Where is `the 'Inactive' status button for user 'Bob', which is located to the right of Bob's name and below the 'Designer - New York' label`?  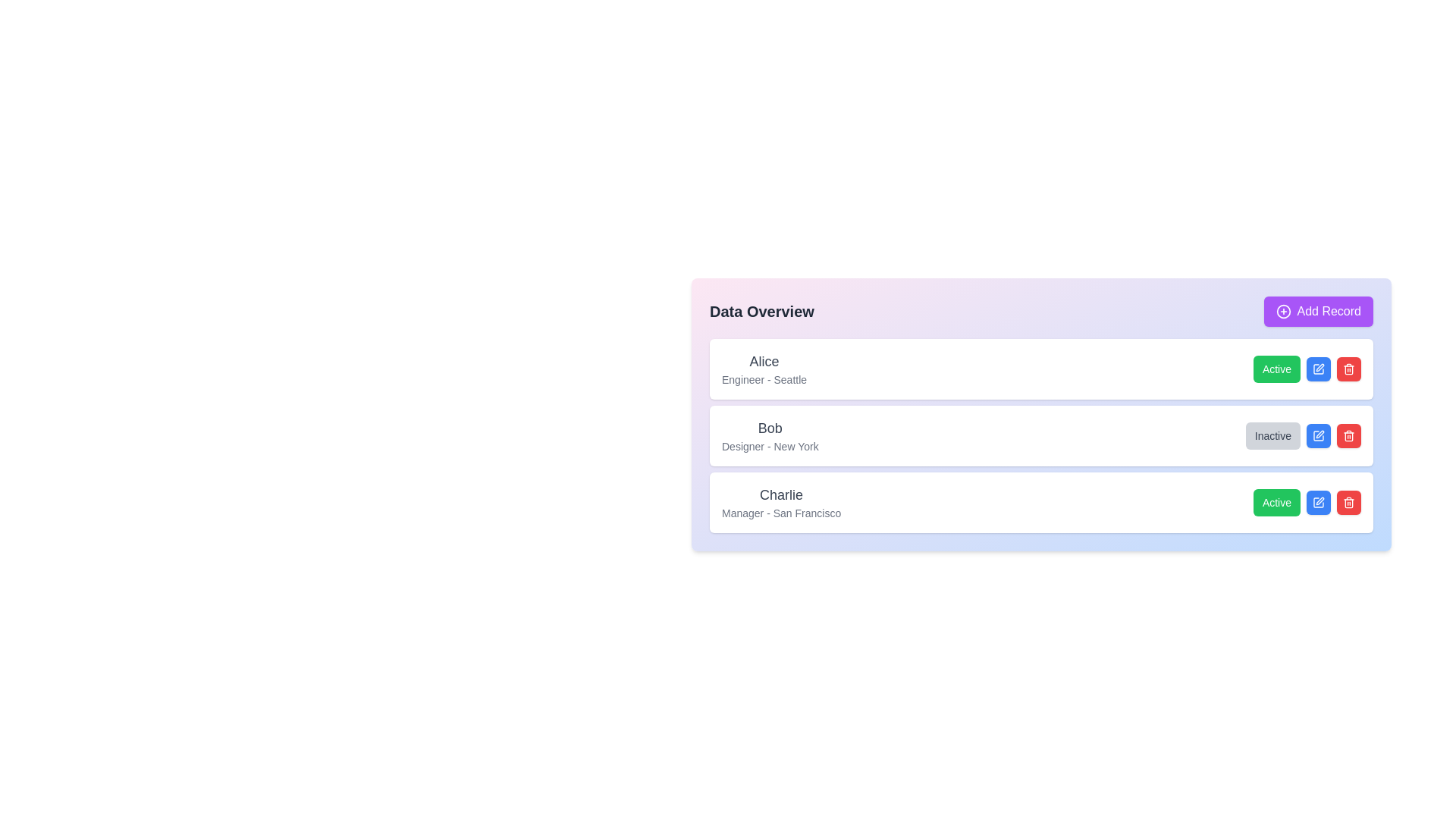
the 'Inactive' status button for user 'Bob', which is located to the right of Bob's name and below the 'Designer - New York' label is located at coordinates (1302, 435).